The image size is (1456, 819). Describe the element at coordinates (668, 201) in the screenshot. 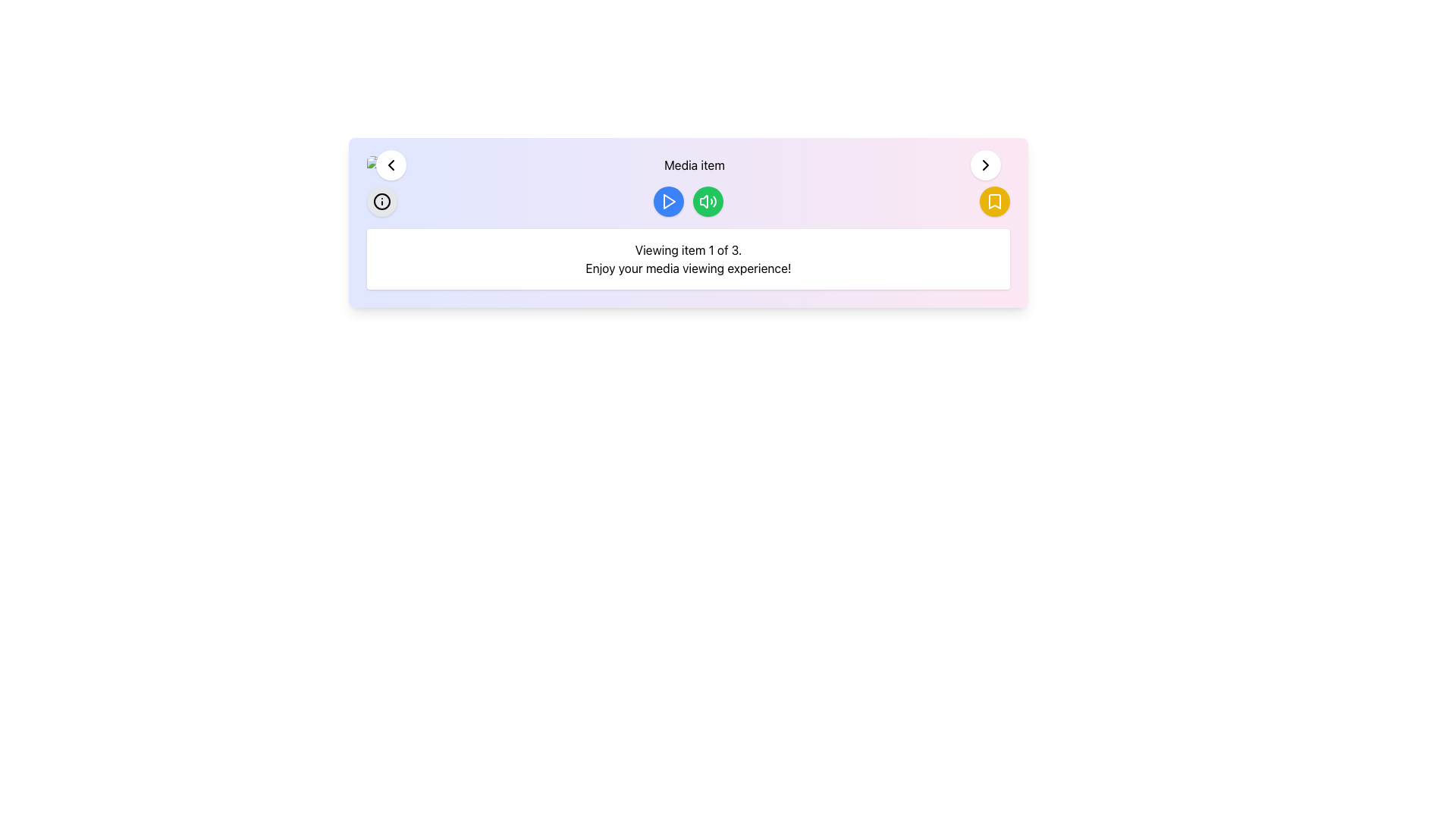

I see `the triangular play icon located at the center of a blue circular button to initiate playback` at that location.